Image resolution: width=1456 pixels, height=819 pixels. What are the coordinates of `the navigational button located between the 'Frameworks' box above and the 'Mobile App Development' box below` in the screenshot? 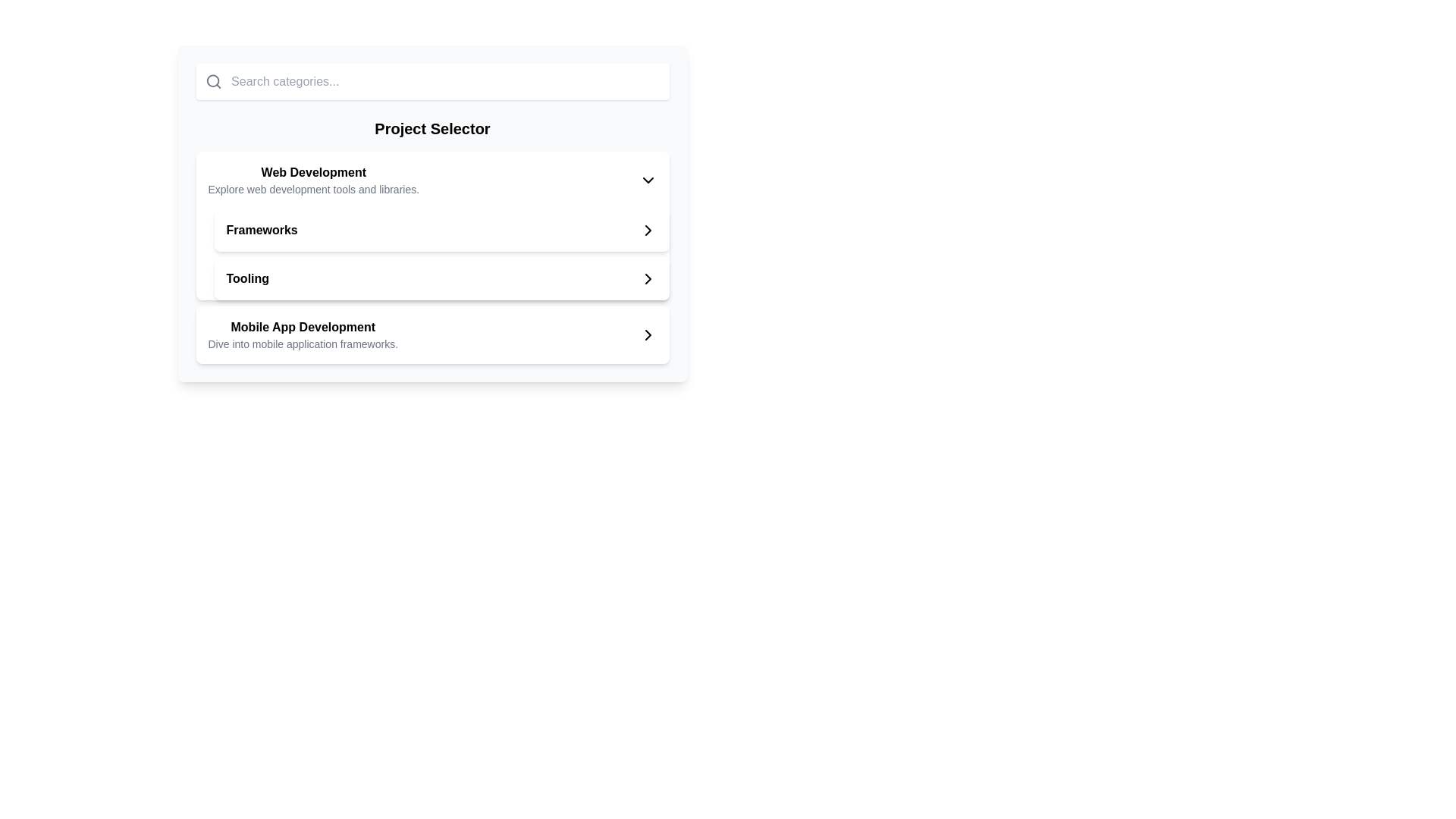 It's located at (441, 278).